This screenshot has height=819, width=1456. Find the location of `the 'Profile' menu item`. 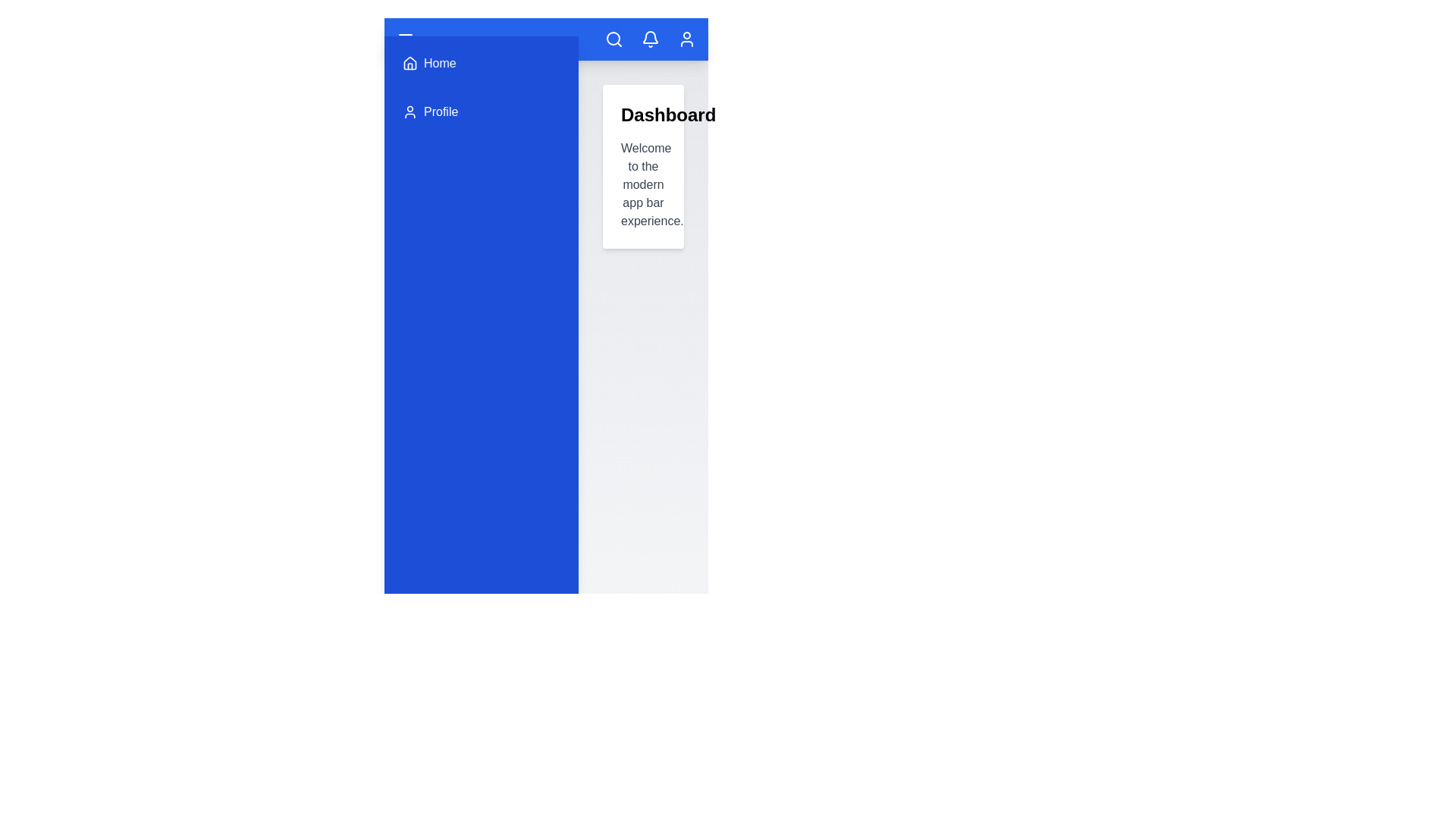

the 'Profile' menu item is located at coordinates (480, 111).